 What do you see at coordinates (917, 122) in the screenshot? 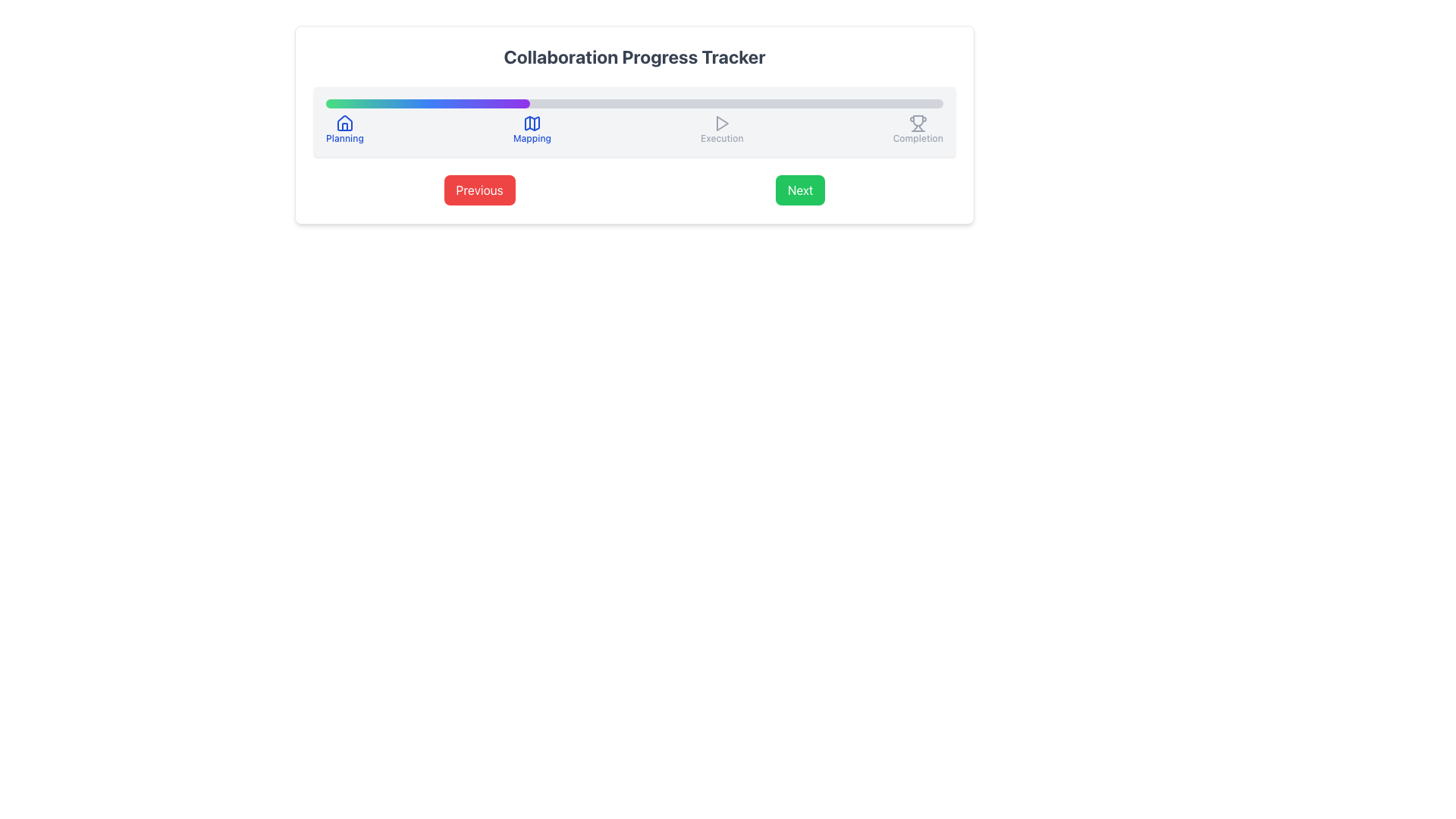
I see `the 'Completion' milestone indicator icon located at the far right of the progression bar interface, next to the descriptive text 'Completion'` at bounding box center [917, 122].